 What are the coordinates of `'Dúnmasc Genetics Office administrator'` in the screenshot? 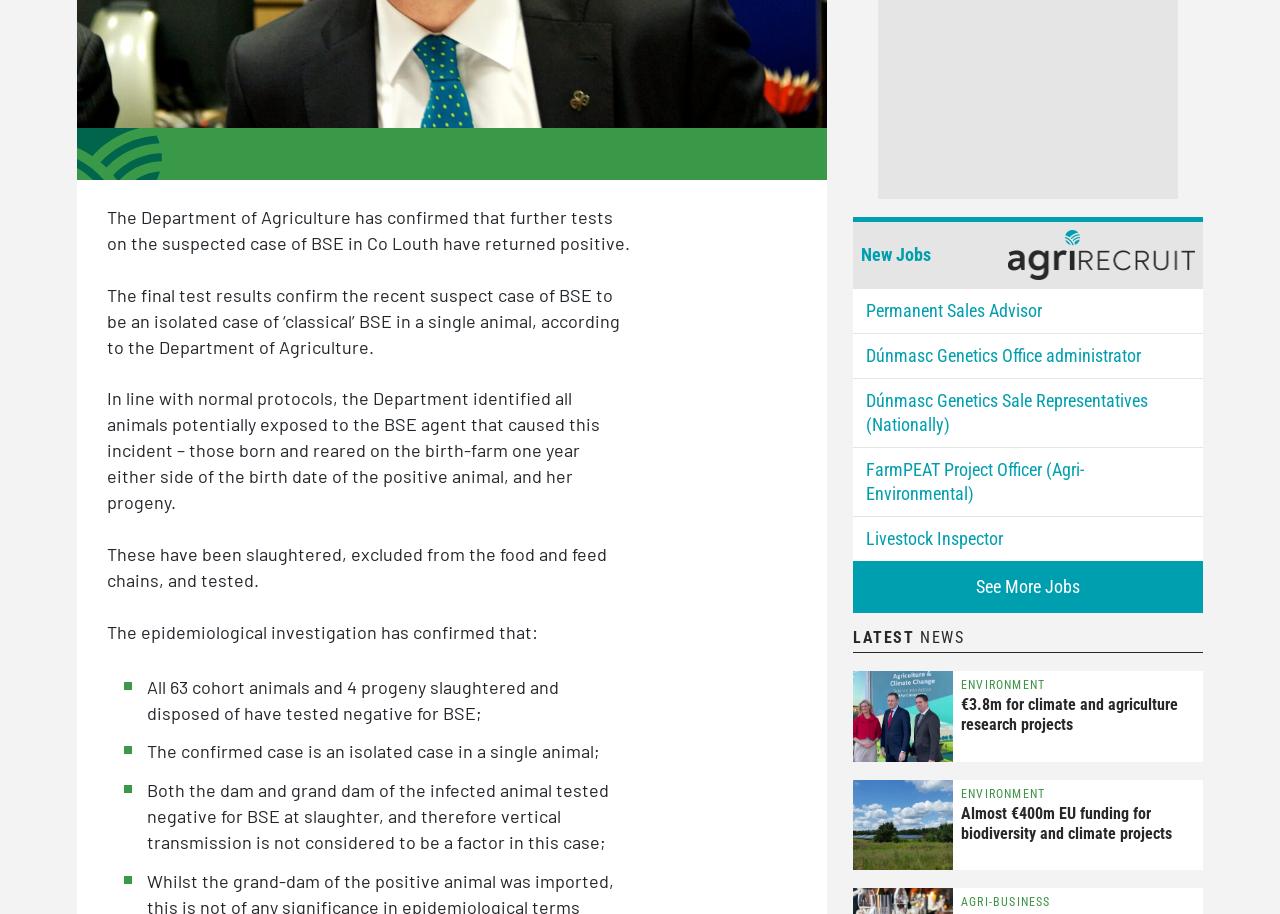 It's located at (866, 353).